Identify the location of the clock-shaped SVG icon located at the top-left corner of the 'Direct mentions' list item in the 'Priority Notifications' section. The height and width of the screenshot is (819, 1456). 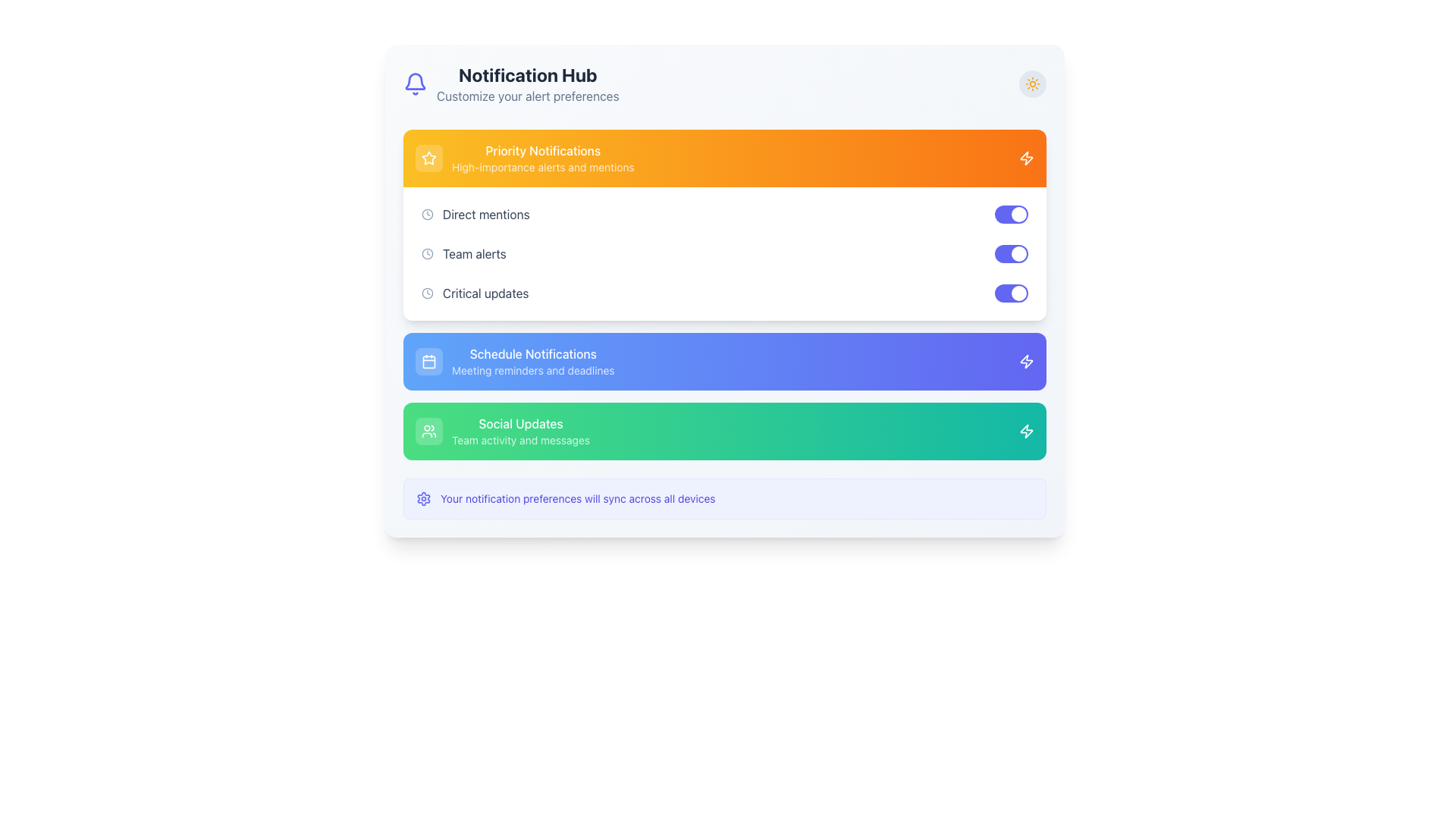
(427, 214).